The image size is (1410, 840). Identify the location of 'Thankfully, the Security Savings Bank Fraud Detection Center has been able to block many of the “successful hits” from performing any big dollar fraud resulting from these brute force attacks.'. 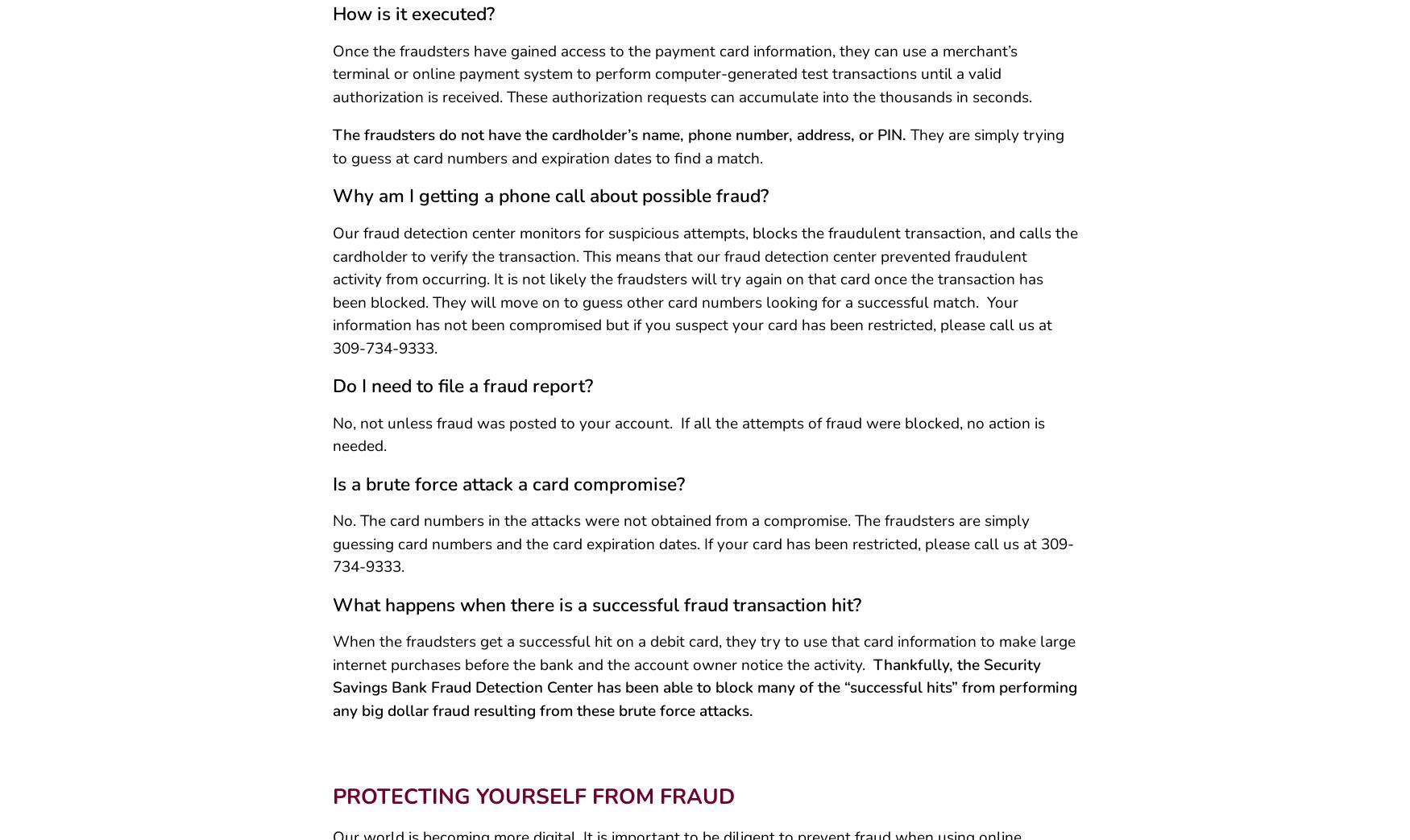
(703, 693).